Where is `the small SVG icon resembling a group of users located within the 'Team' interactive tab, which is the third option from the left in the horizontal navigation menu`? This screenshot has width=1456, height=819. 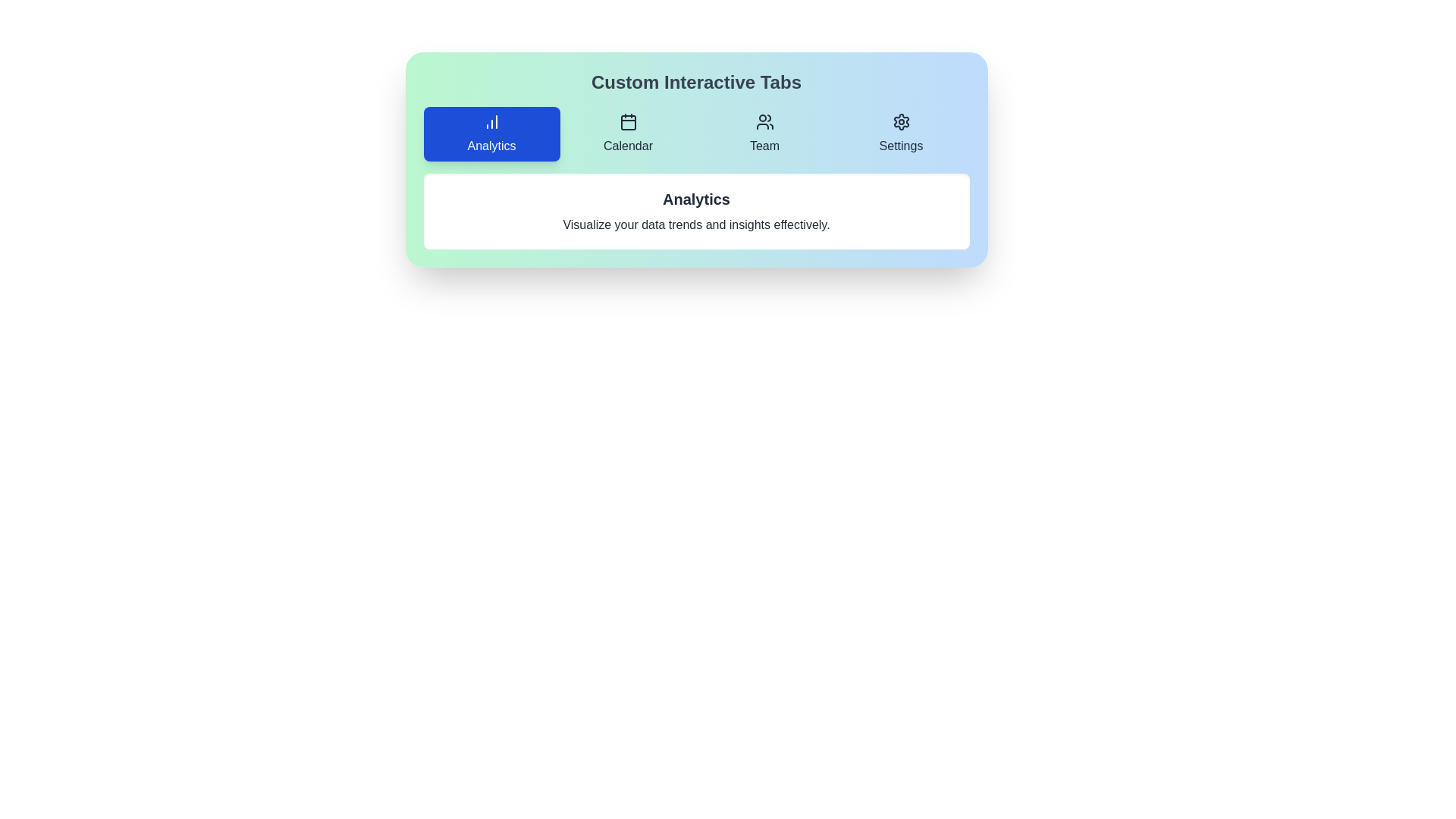 the small SVG icon resembling a group of users located within the 'Team' interactive tab, which is the third option from the left in the horizontal navigation menu is located at coordinates (764, 121).